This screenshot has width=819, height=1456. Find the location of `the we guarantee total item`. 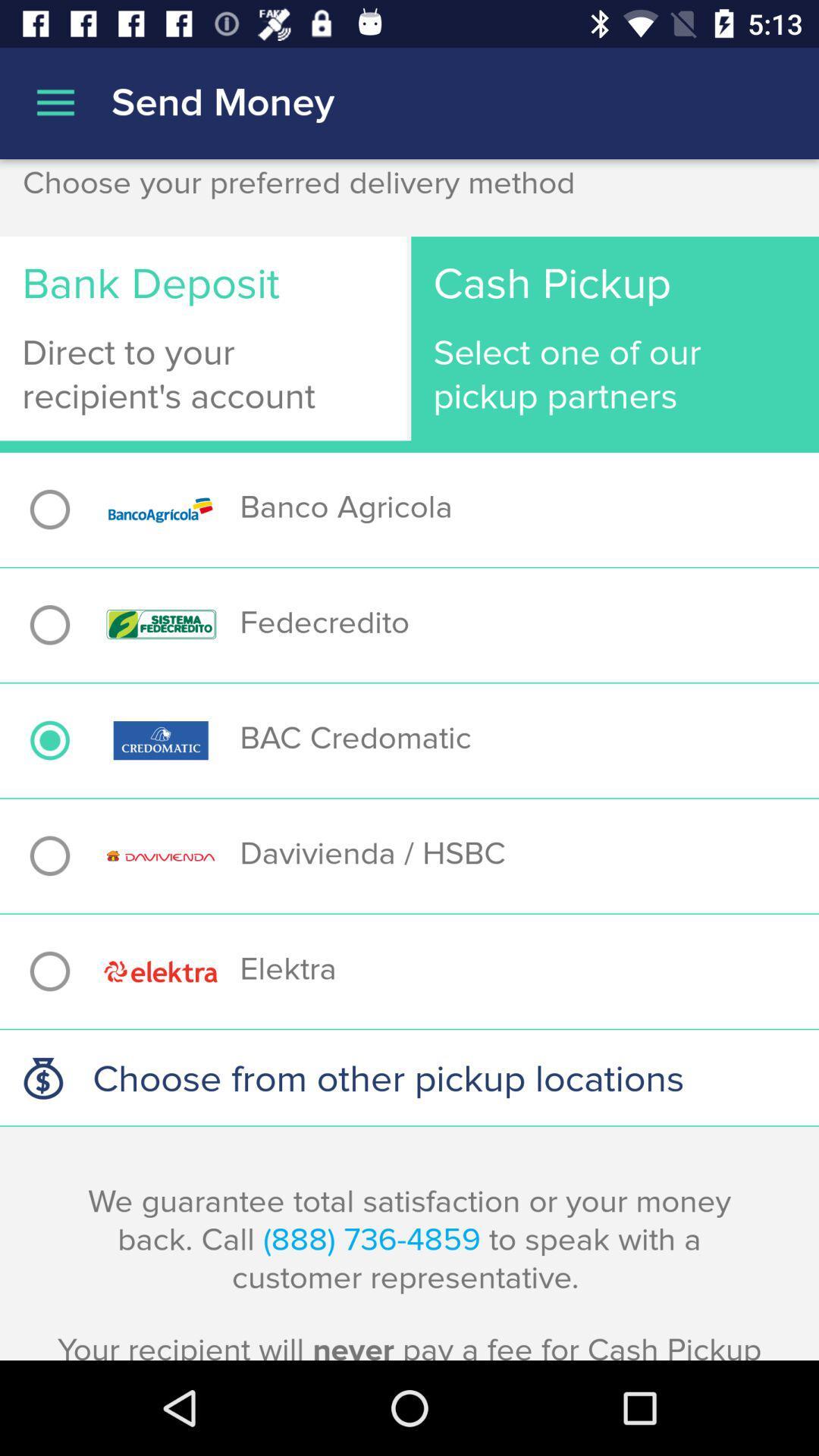

the we guarantee total item is located at coordinates (409, 1272).